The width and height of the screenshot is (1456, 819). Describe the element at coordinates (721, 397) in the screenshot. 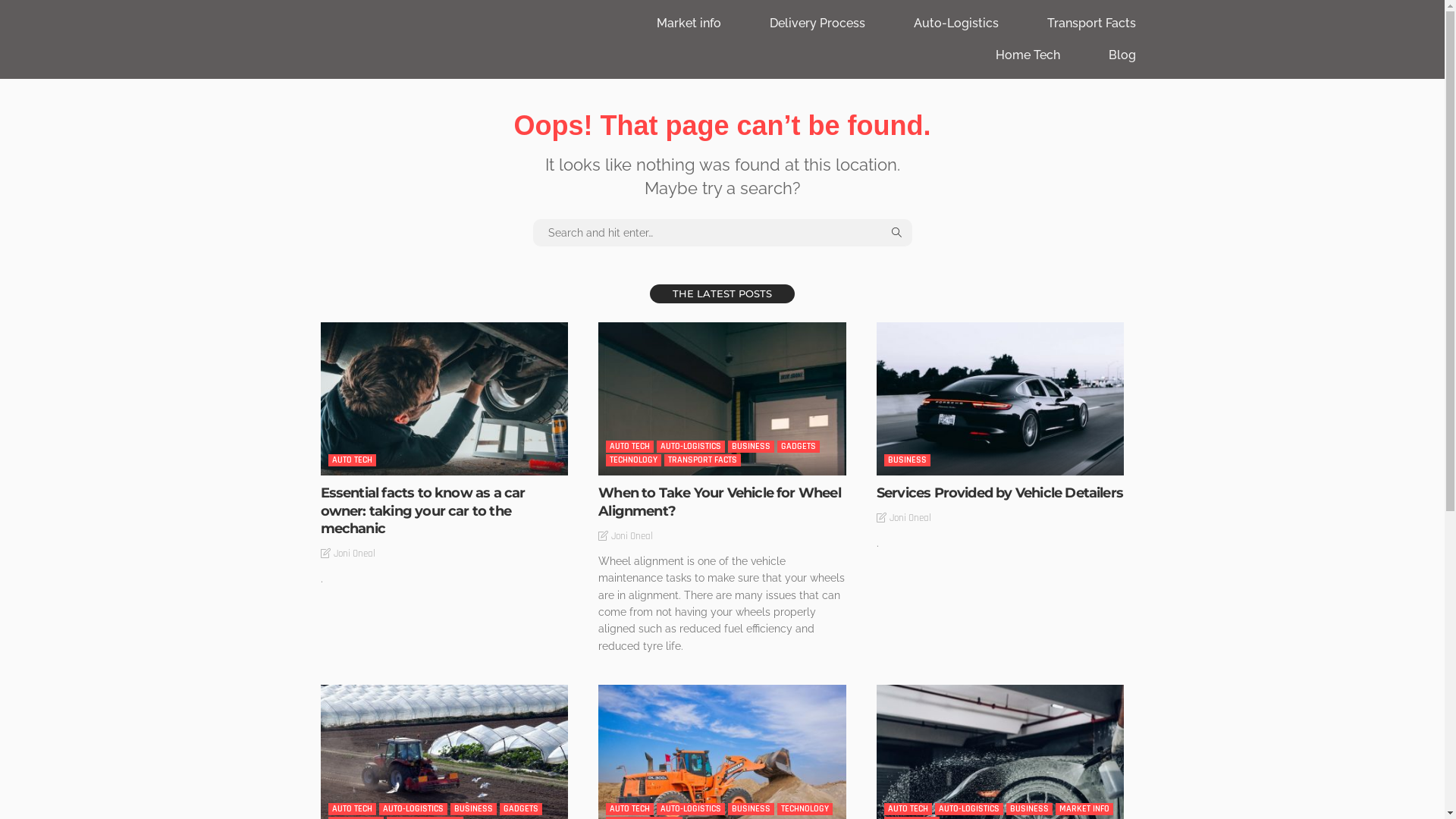

I see `'When to Take Your Vehicle for Wheel Alignment?'` at that location.